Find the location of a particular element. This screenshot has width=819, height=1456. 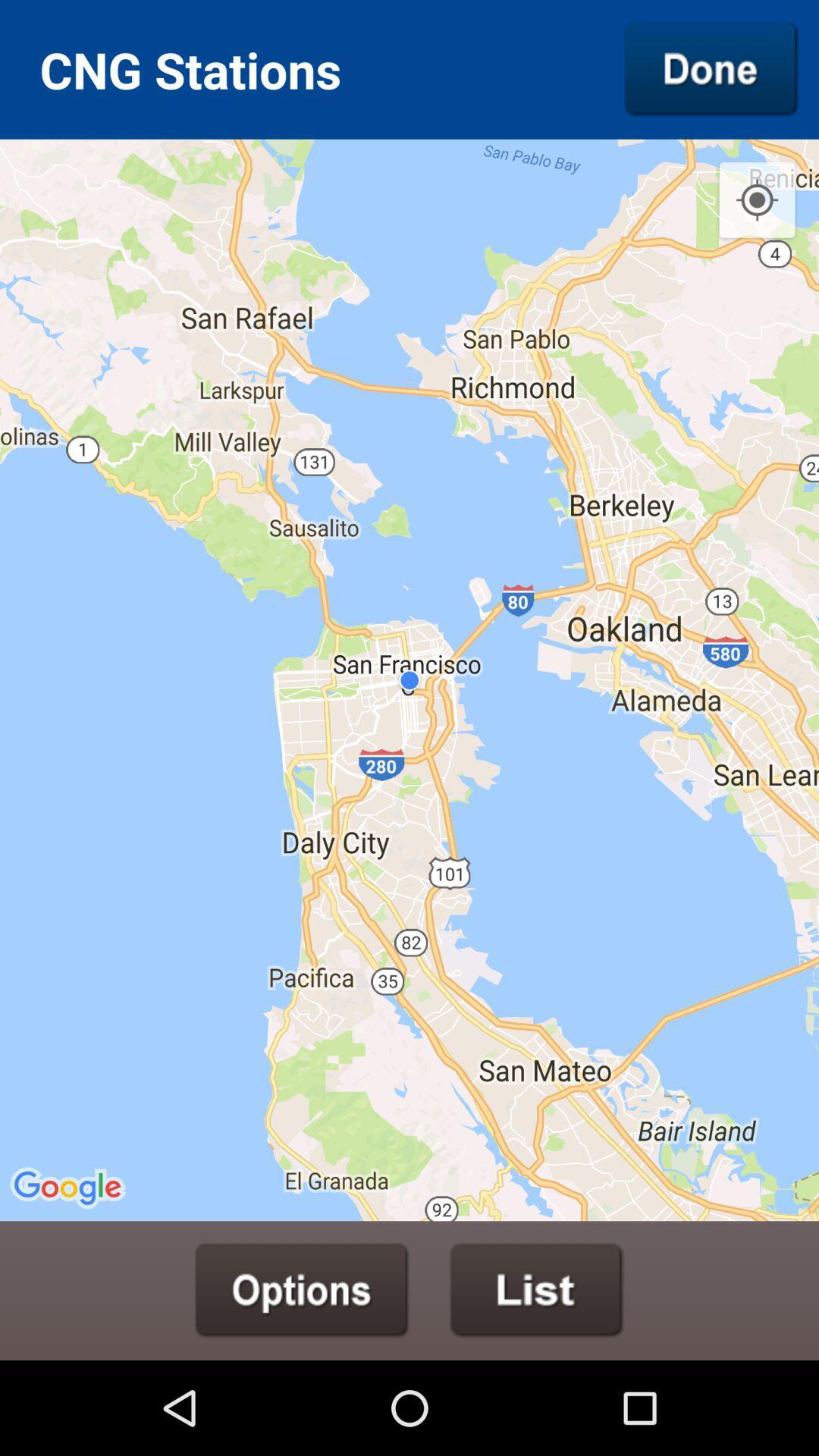

the item at the center is located at coordinates (409, 679).